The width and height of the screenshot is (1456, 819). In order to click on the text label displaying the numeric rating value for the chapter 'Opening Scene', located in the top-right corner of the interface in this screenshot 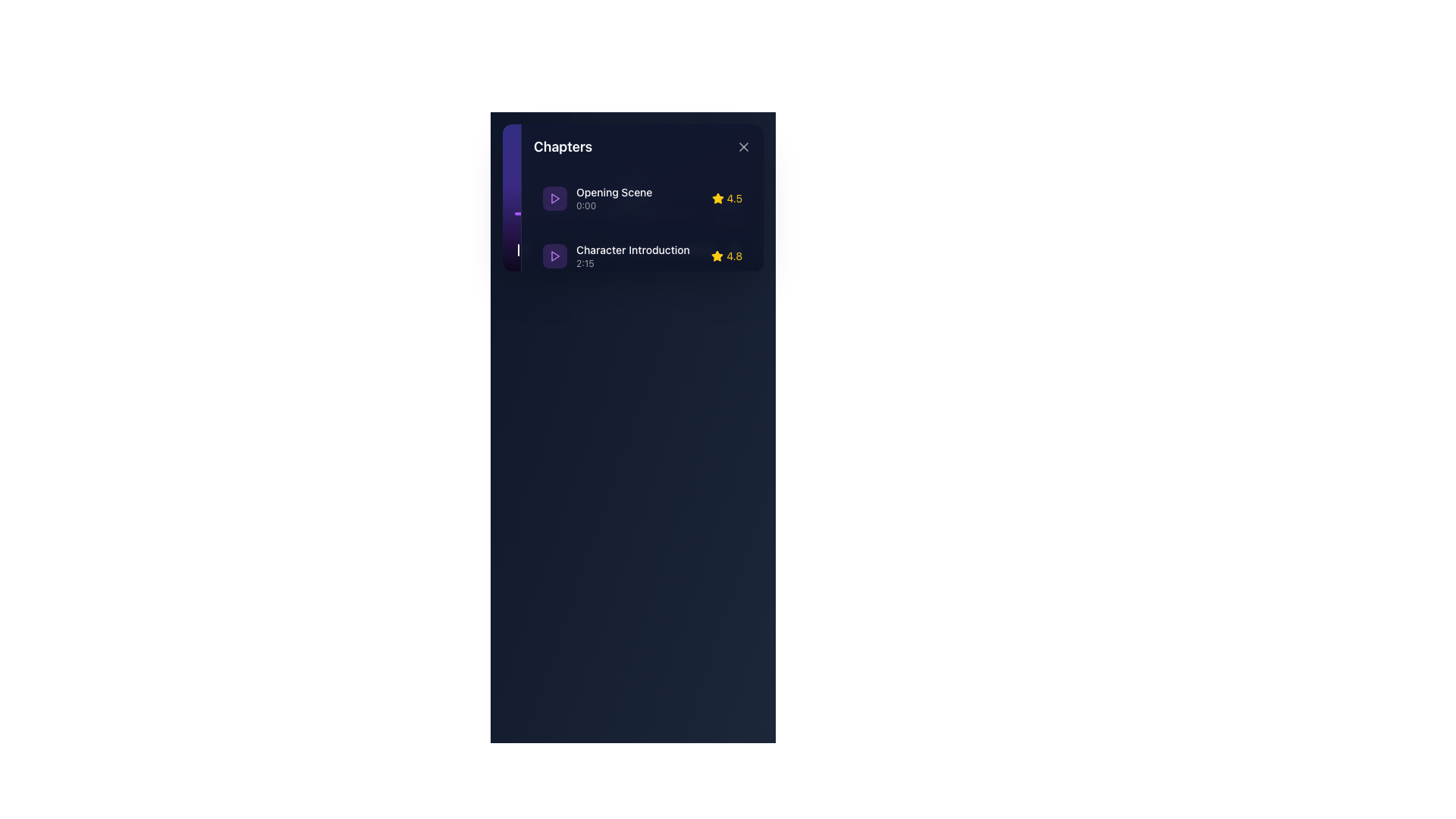, I will do `click(734, 198)`.